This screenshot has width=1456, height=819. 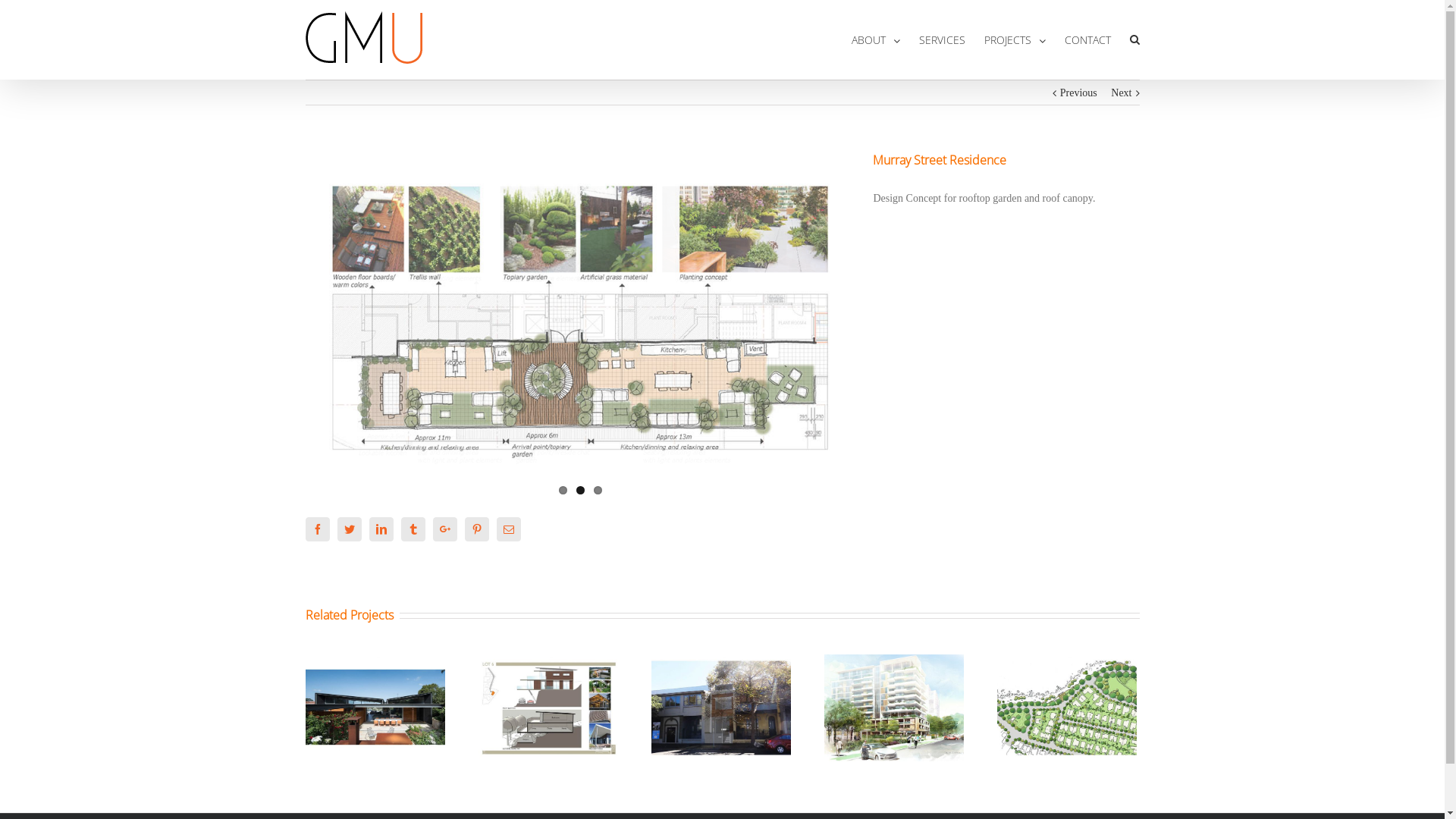 What do you see at coordinates (918, 39) in the screenshot?
I see `'SERVICES'` at bounding box center [918, 39].